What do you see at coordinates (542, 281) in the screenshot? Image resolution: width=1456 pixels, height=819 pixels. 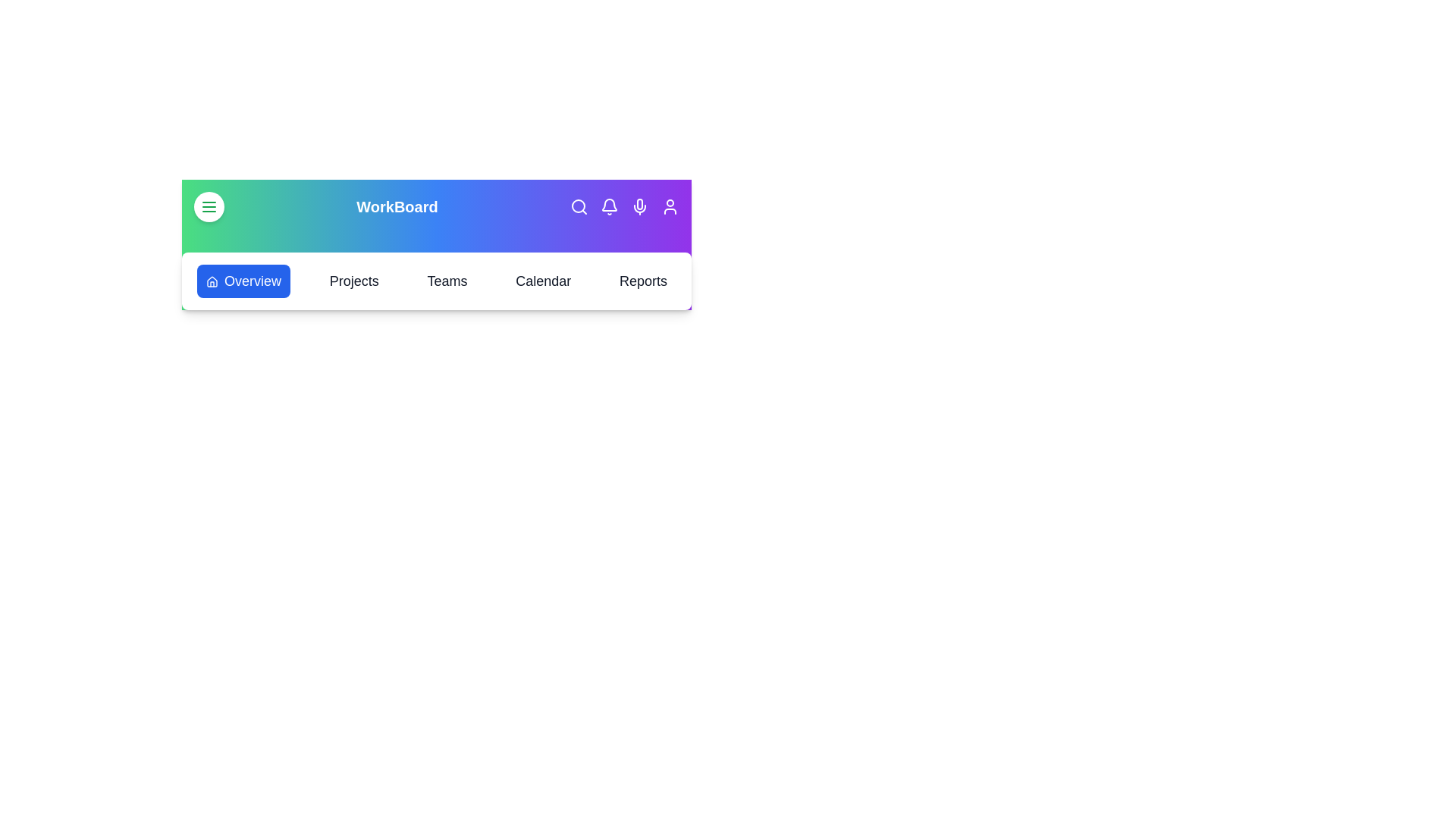 I see `the tab labeled Calendar from the navigation bar` at bounding box center [542, 281].